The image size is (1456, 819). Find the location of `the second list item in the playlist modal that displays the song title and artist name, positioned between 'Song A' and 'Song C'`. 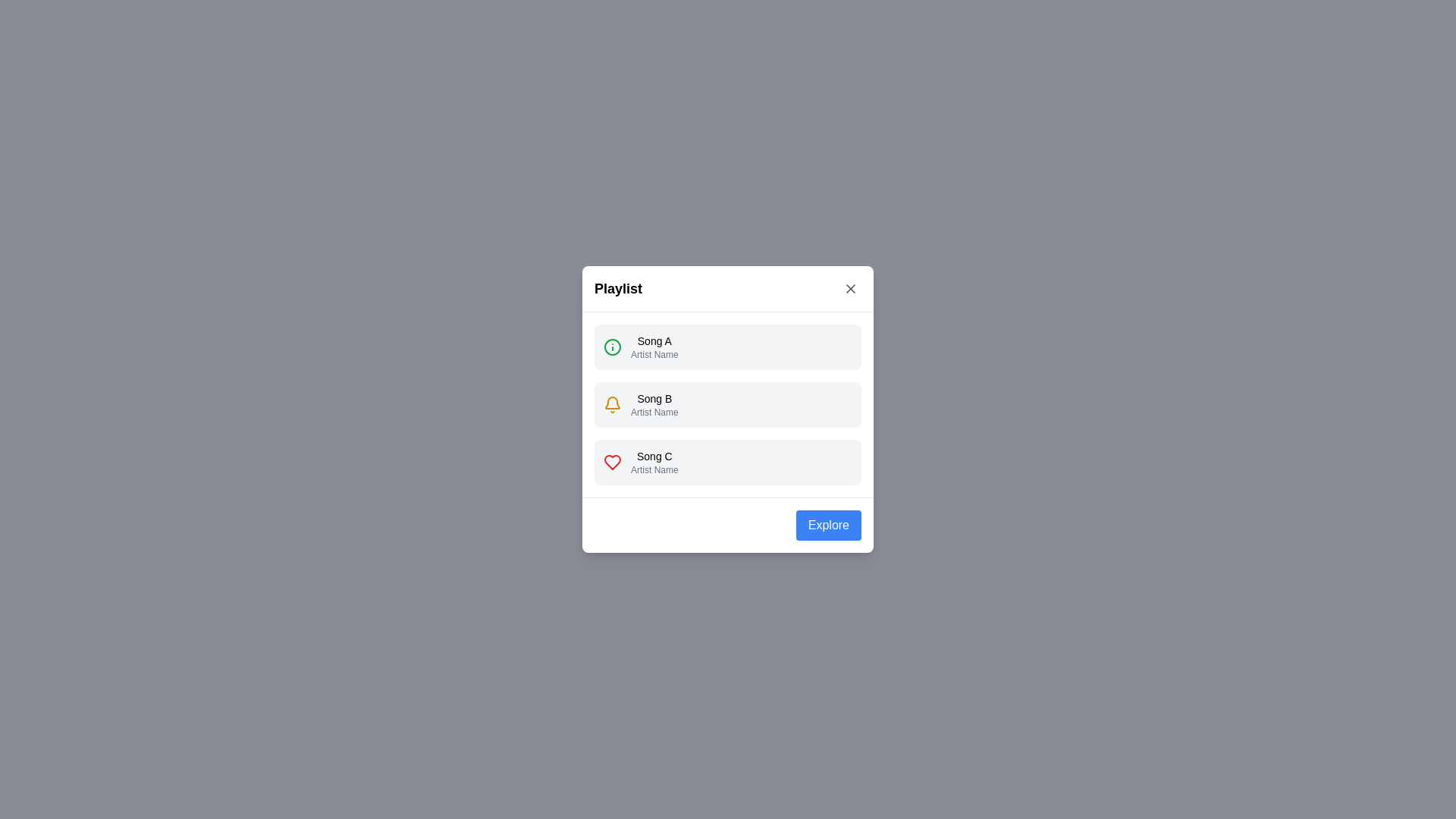

the second list item in the playlist modal that displays the song title and artist name, positioned between 'Song A' and 'Song C' is located at coordinates (654, 403).